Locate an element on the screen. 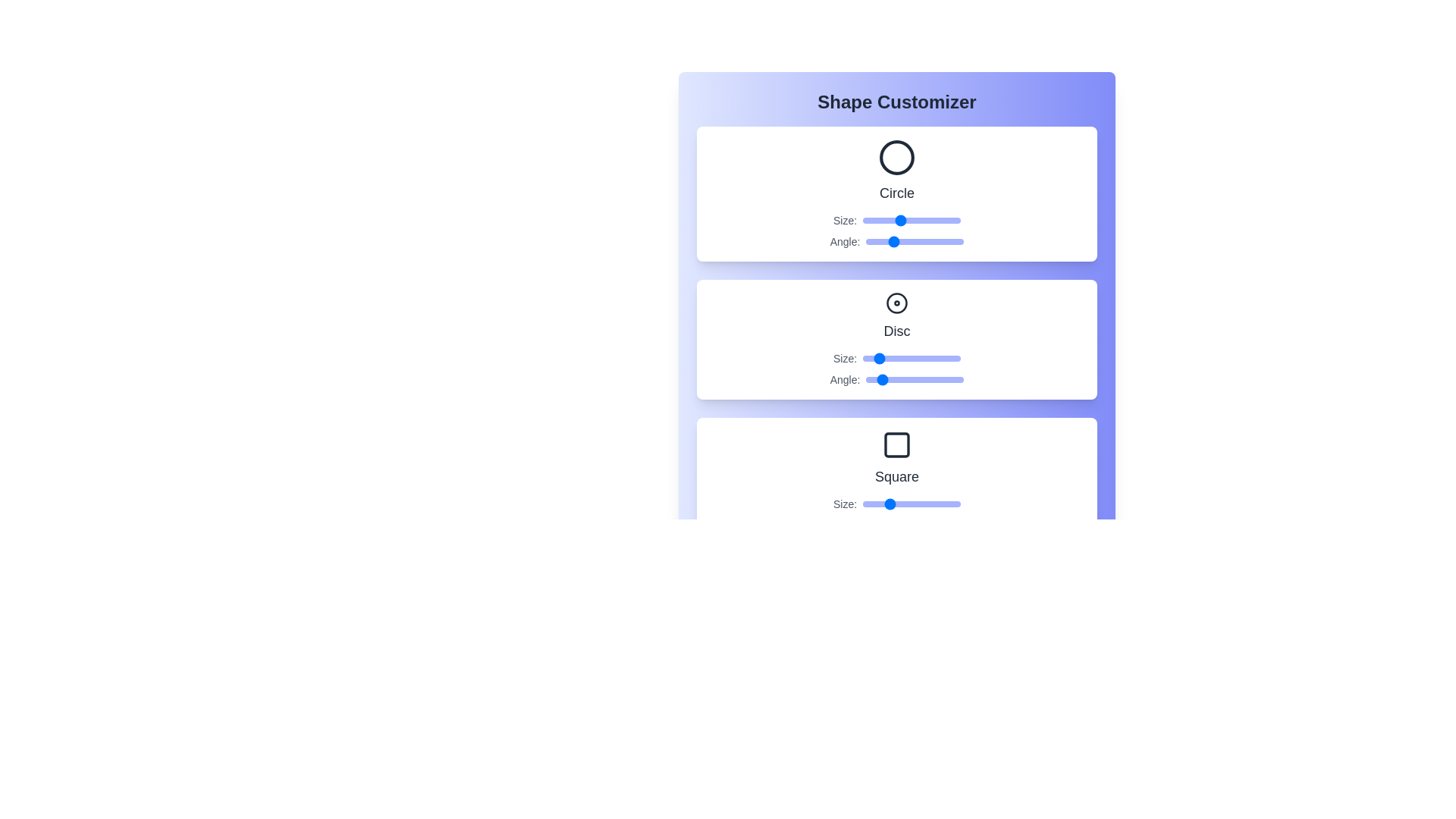  the Circle's angle slider to 295 degrees is located at coordinates (946, 241).